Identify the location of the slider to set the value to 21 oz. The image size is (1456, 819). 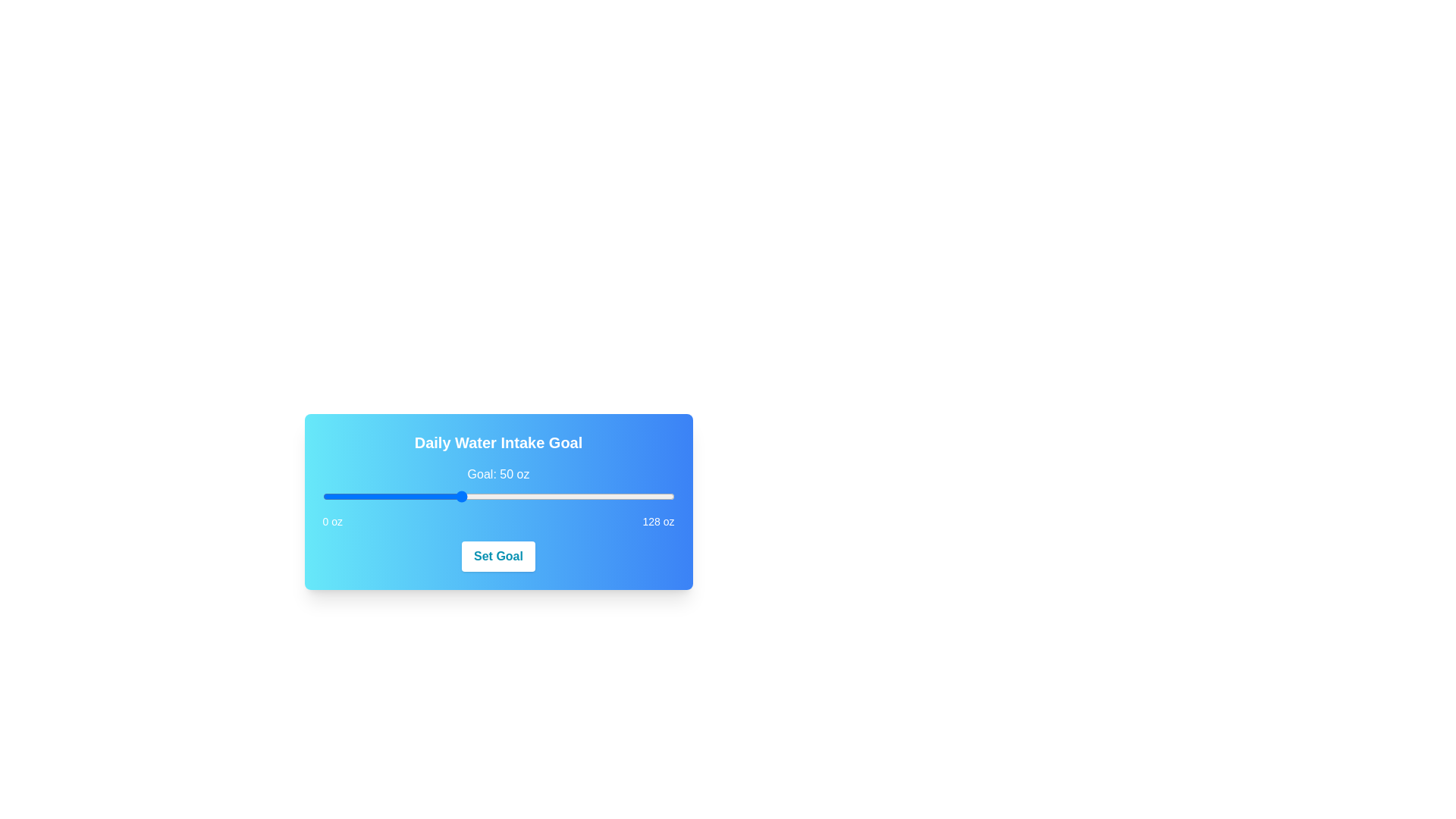
(380, 497).